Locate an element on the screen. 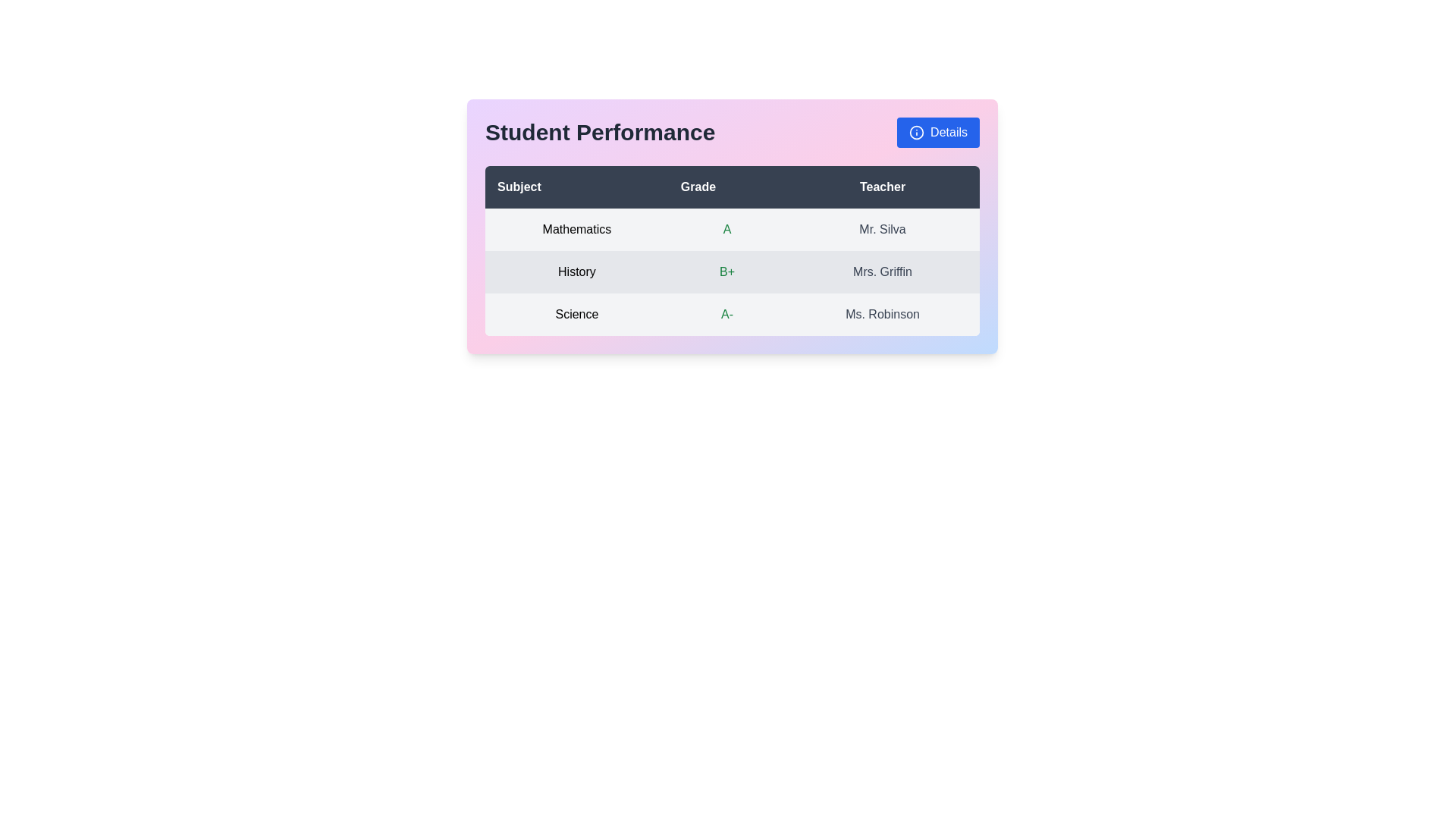 Image resolution: width=1456 pixels, height=819 pixels. the table row corresponding to the subject 'History' in the grade report is located at coordinates (732, 271).